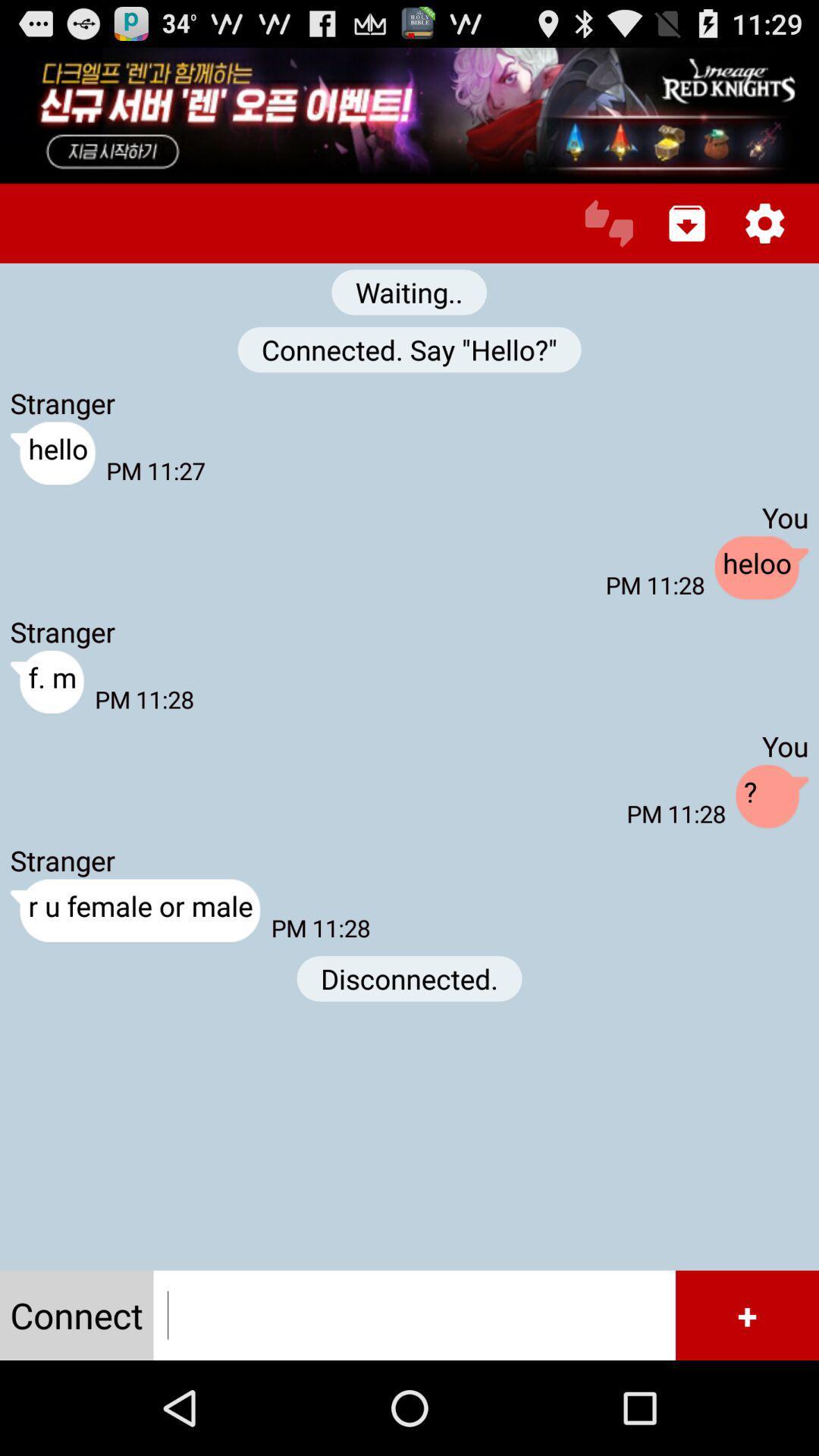 Image resolution: width=819 pixels, height=1456 pixels. Describe the element at coordinates (761, 567) in the screenshot. I see `item next to pm 11:28 app` at that location.